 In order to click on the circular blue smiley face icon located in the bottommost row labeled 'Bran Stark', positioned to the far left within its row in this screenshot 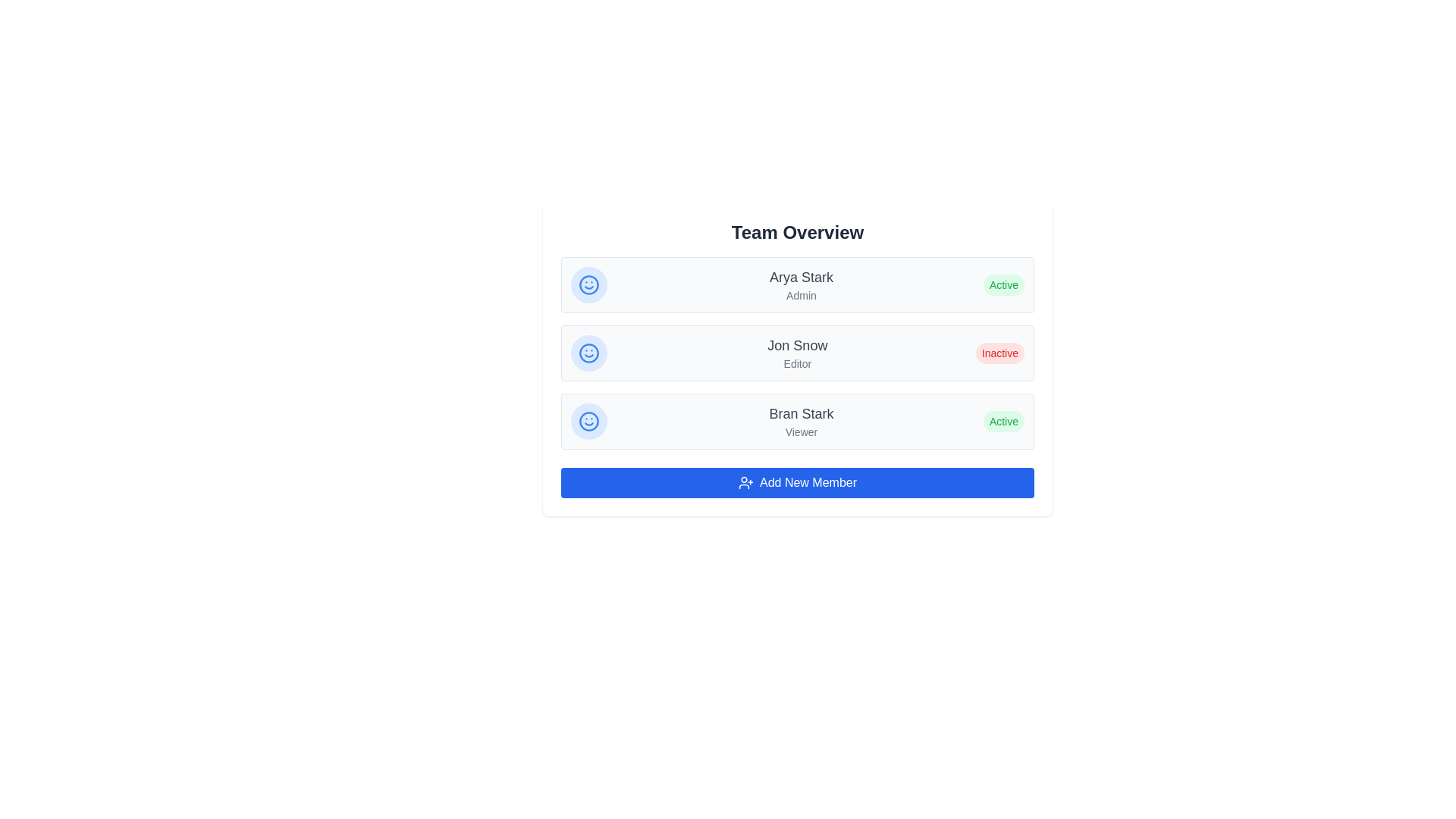, I will do `click(588, 421)`.